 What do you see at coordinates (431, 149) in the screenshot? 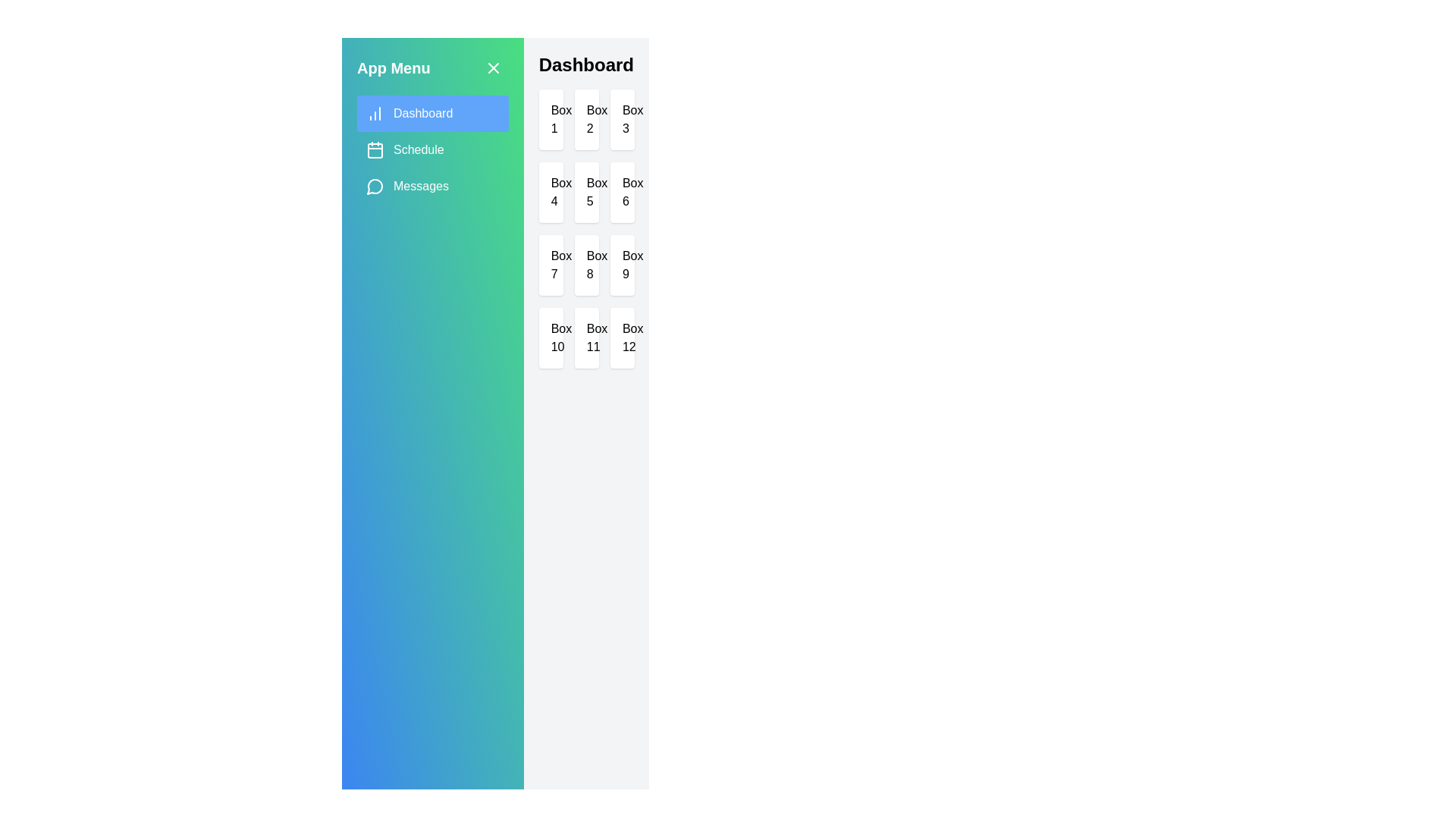
I see `the Schedule tab to view its content` at bounding box center [431, 149].